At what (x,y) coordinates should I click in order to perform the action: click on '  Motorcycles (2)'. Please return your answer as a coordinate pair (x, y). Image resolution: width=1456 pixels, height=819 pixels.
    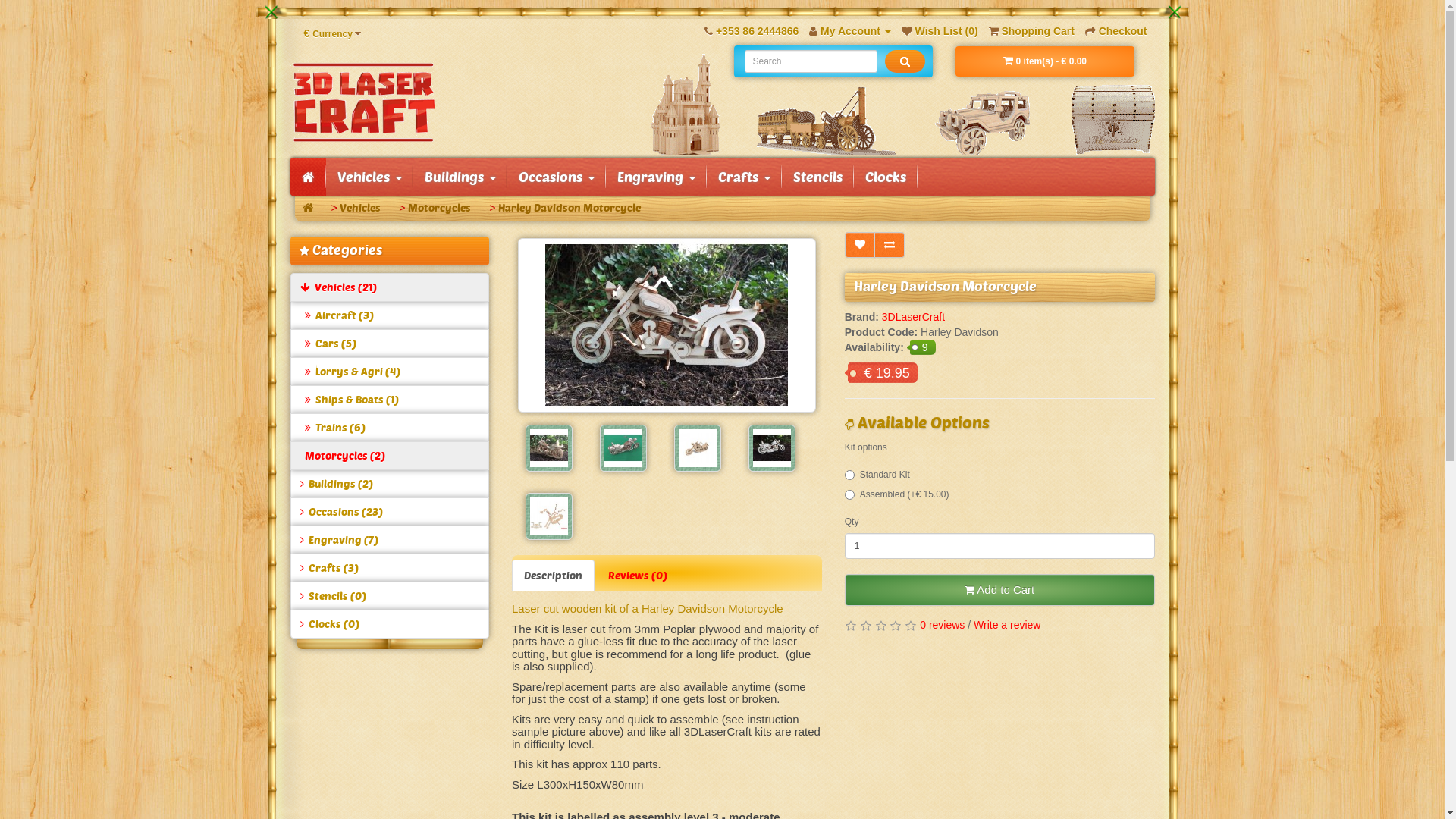
    Looking at the image, I should click on (290, 455).